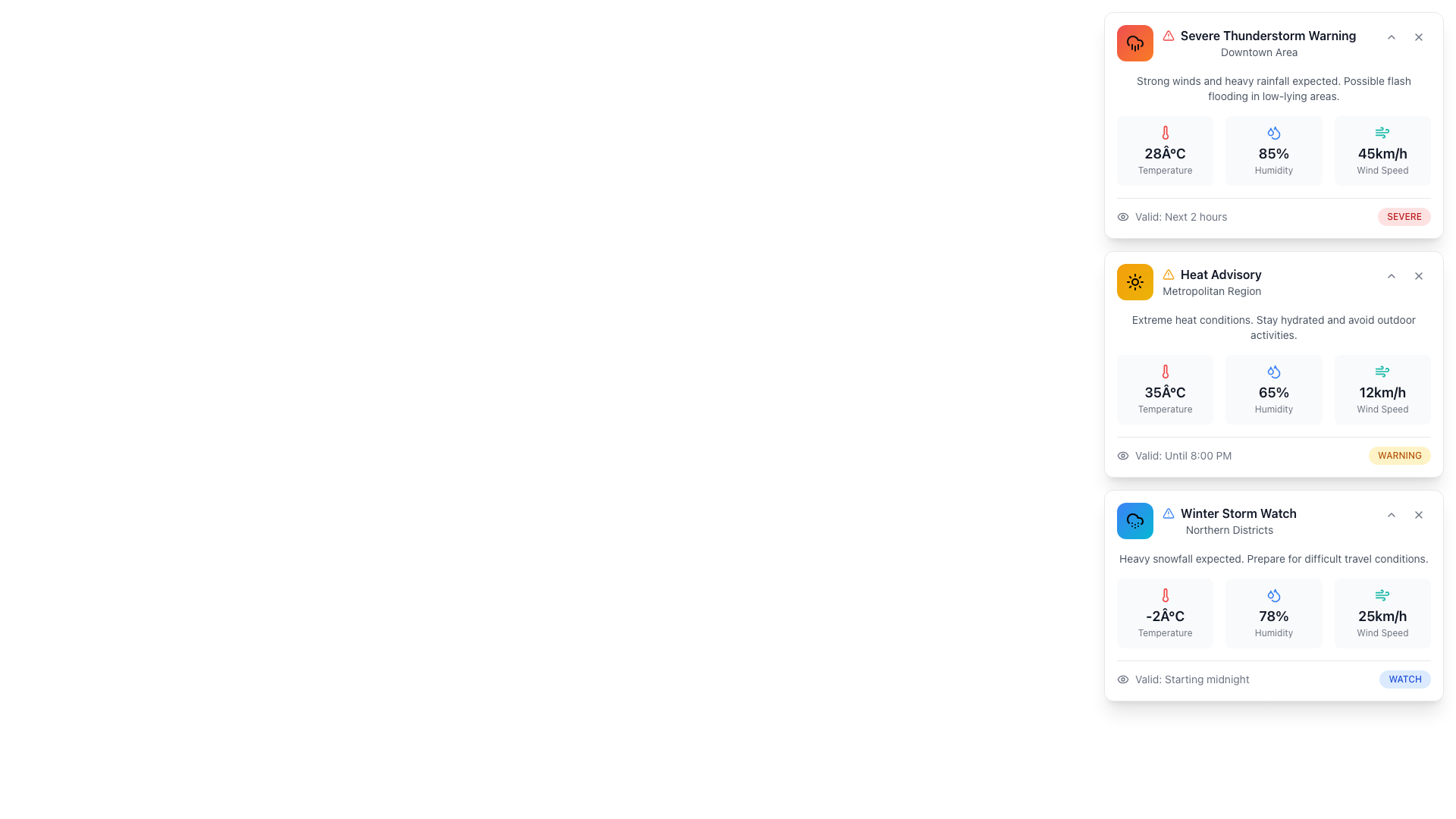 The height and width of the screenshot is (819, 1456). I want to click on displayed information from the middle card showing '85%' humidity and 'Humidity' below it in a weather metrics grid, so click(1274, 151).